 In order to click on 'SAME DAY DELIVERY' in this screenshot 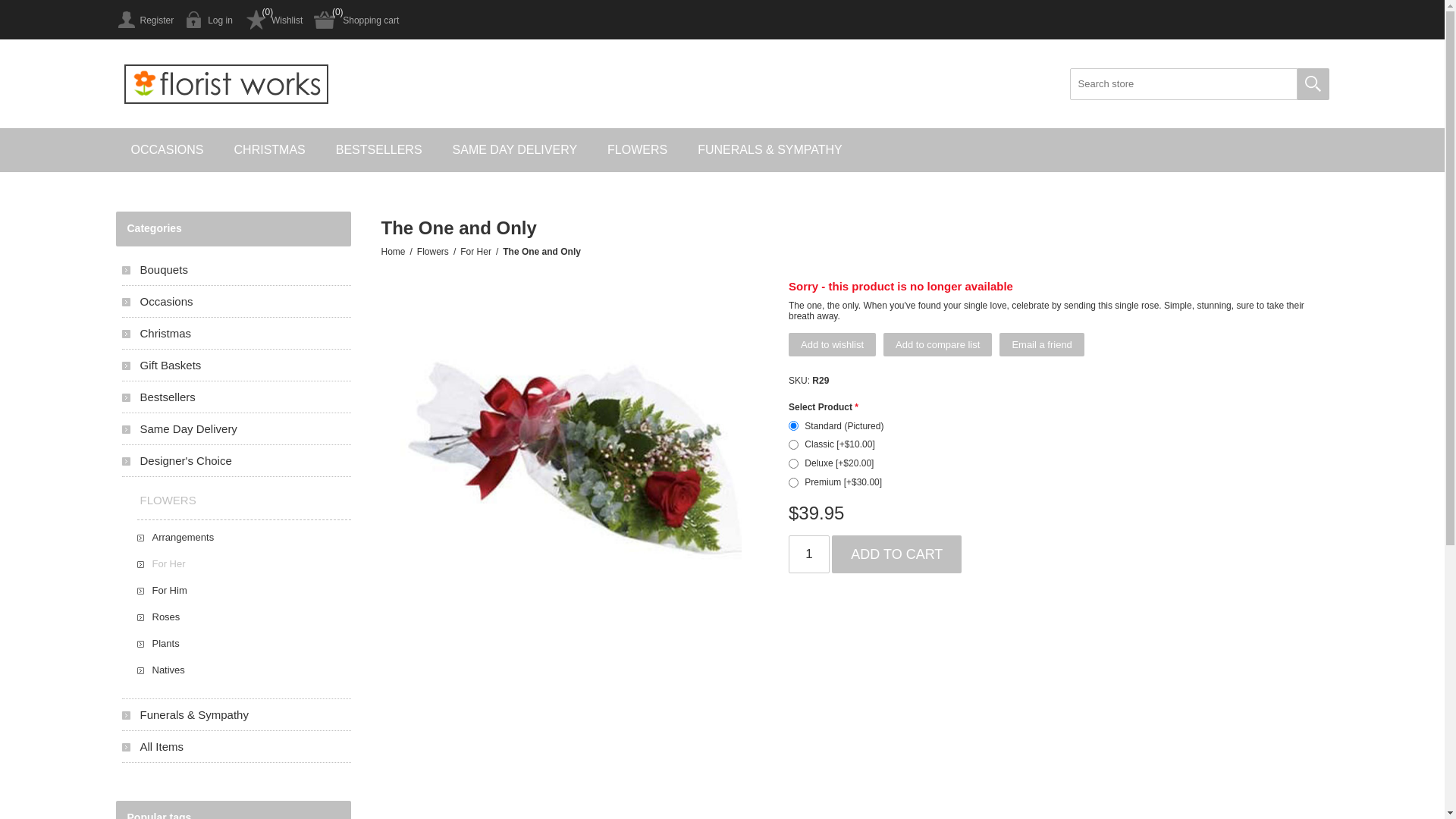, I will do `click(436, 149)`.